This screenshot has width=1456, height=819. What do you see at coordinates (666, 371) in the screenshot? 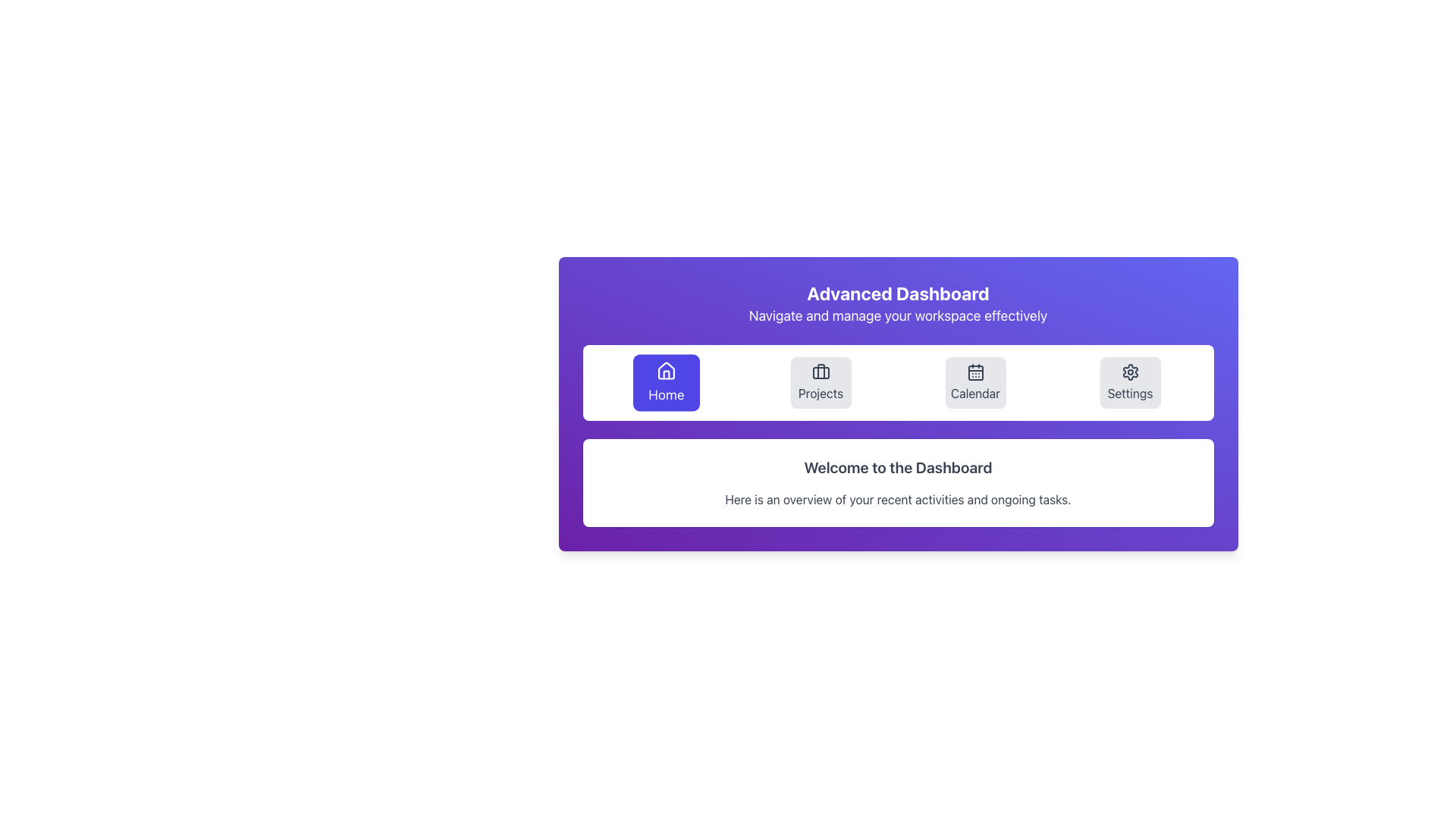
I see `the home icon located within the purple button labeled 'Home' in the leftmost section of the navigation bar` at bounding box center [666, 371].